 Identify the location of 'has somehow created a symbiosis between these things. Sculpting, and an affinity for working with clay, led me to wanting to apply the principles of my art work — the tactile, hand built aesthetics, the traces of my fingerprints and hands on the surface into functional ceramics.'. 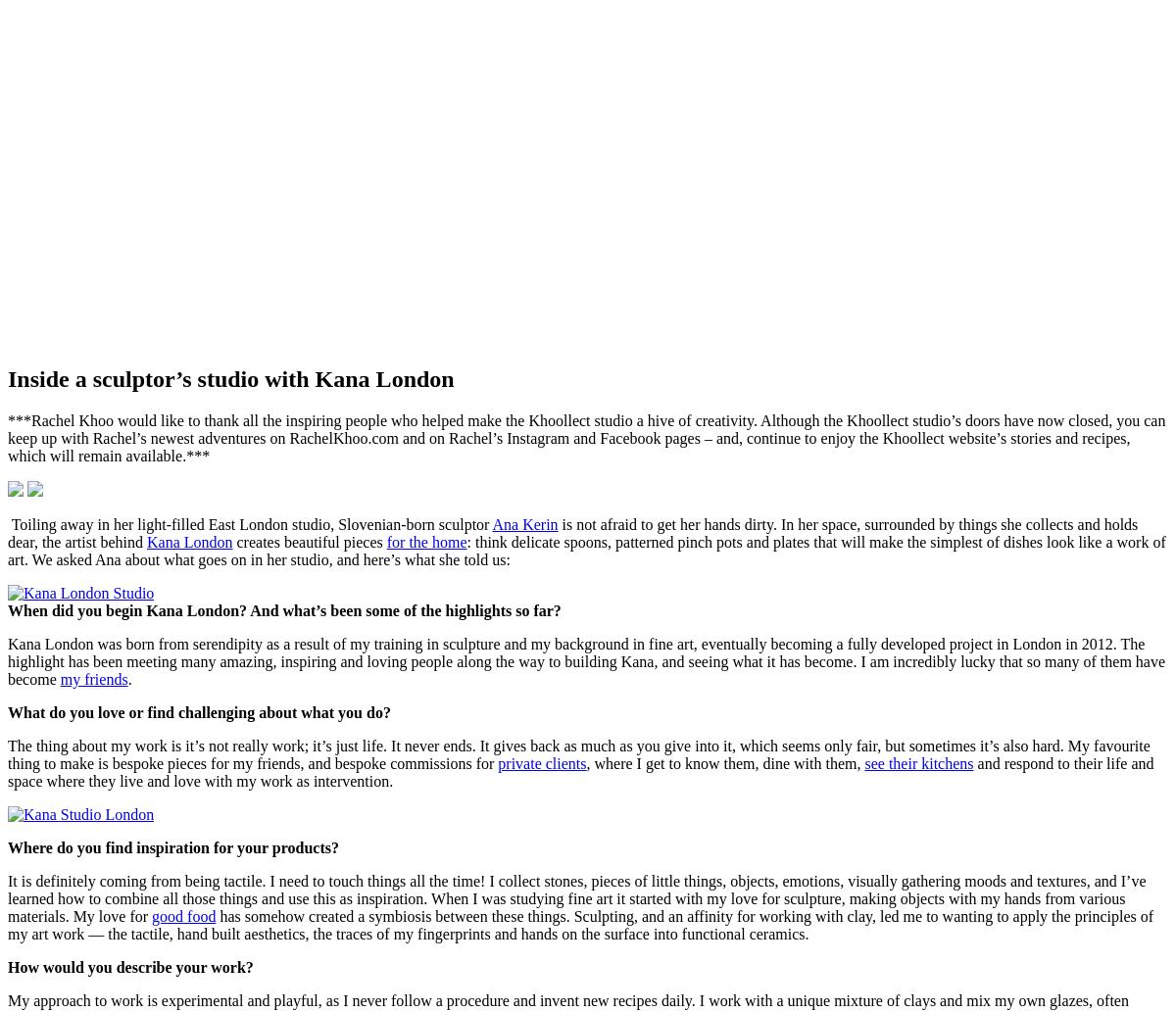
(579, 923).